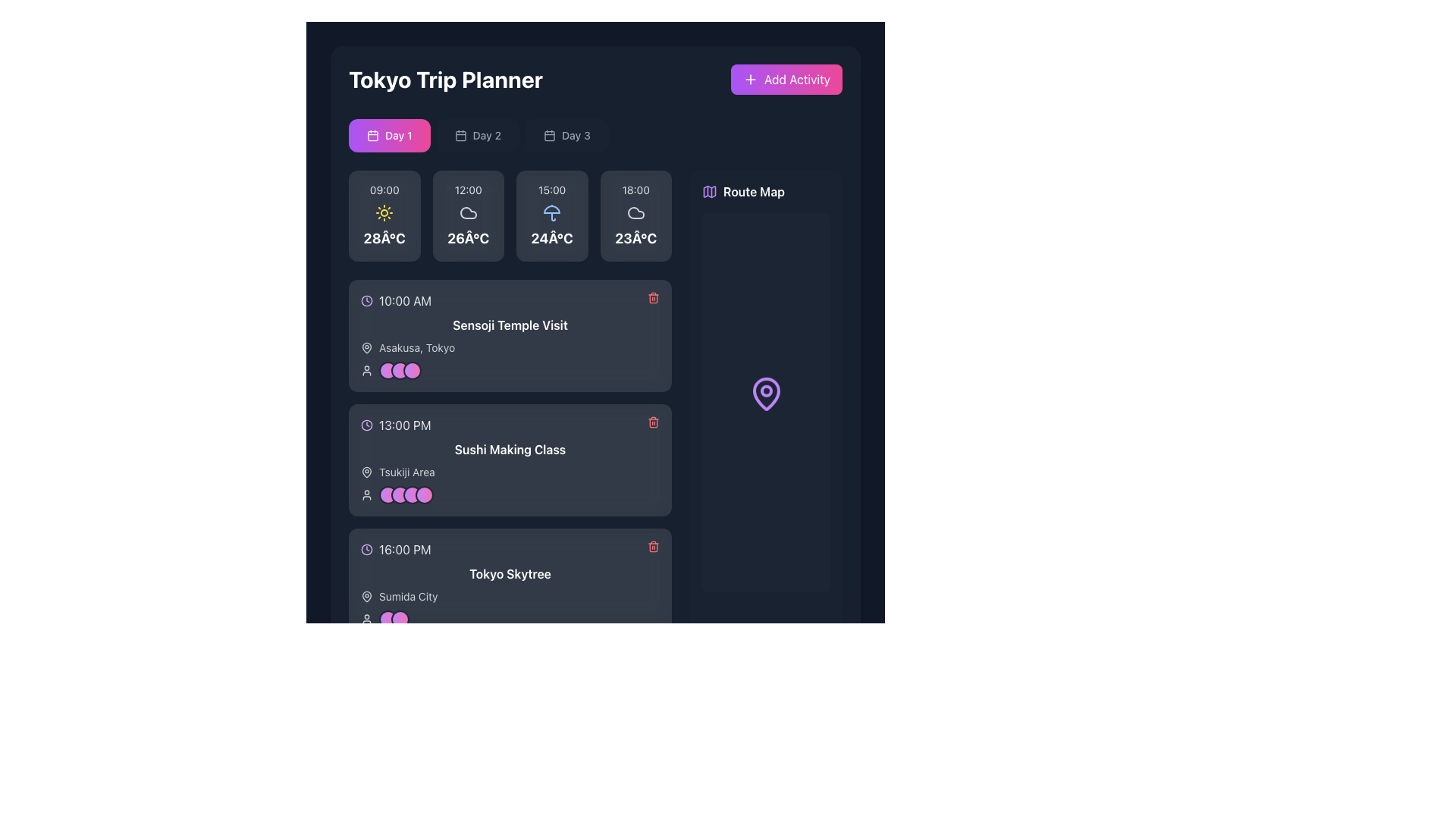  I want to click on text label located in the lower portion of the card-like layout, which specifies the name of the destination or event associated with the scheduled time of '16:00 PM', so click(510, 573).